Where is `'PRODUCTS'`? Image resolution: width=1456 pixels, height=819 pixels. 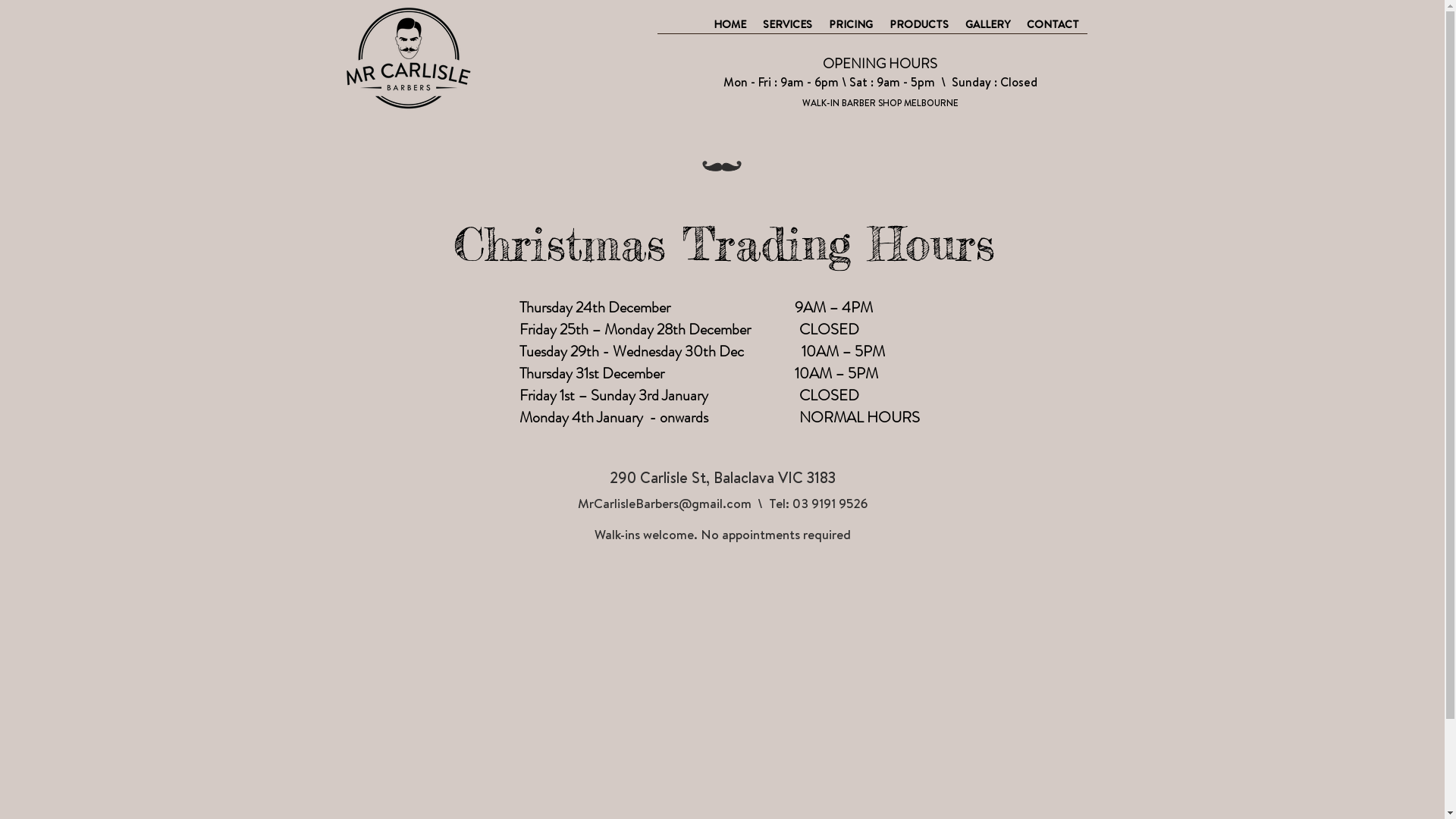
'PRODUCTS' is located at coordinates (918, 29).